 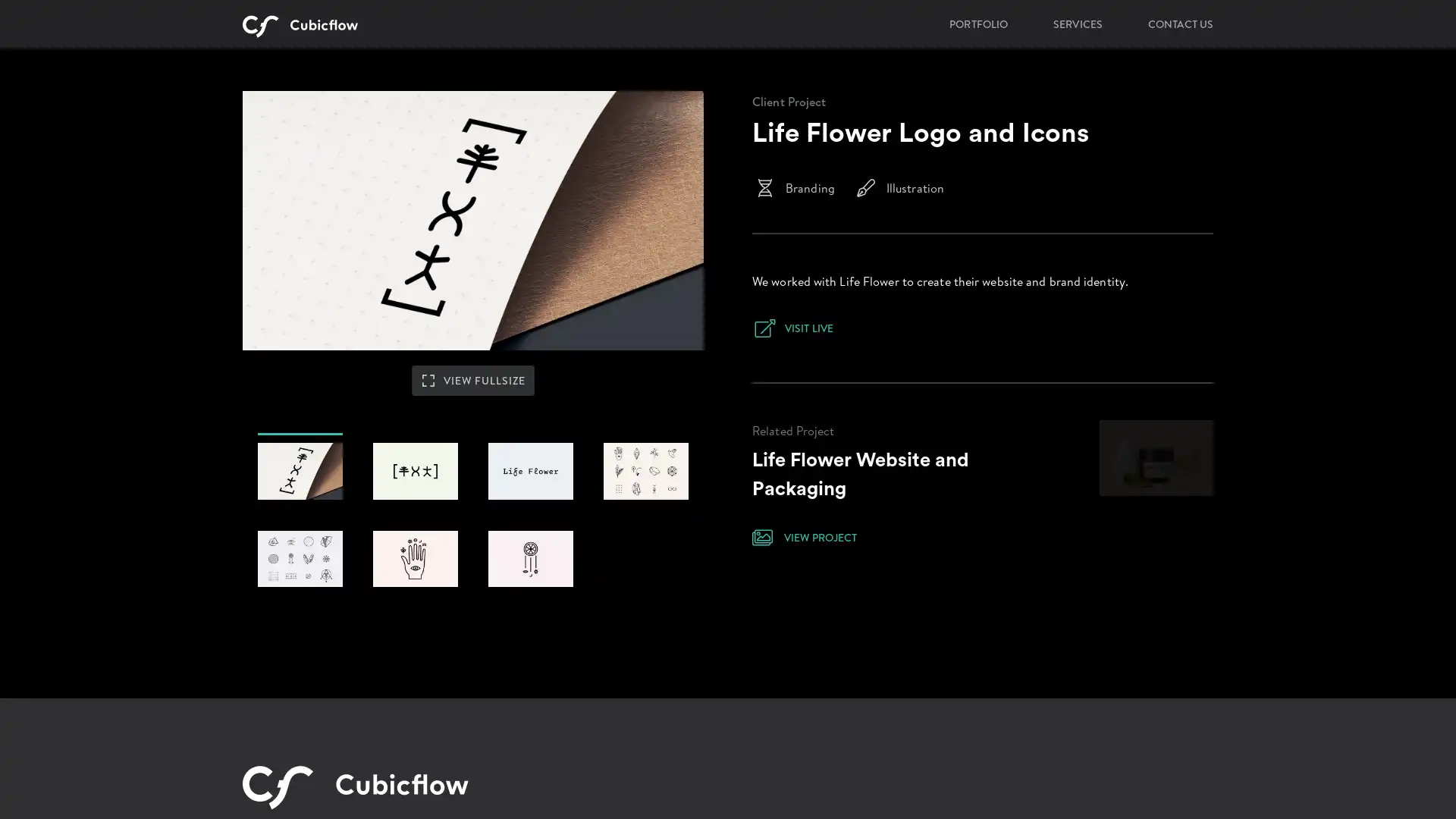 I want to click on #, so click(x=415, y=522).